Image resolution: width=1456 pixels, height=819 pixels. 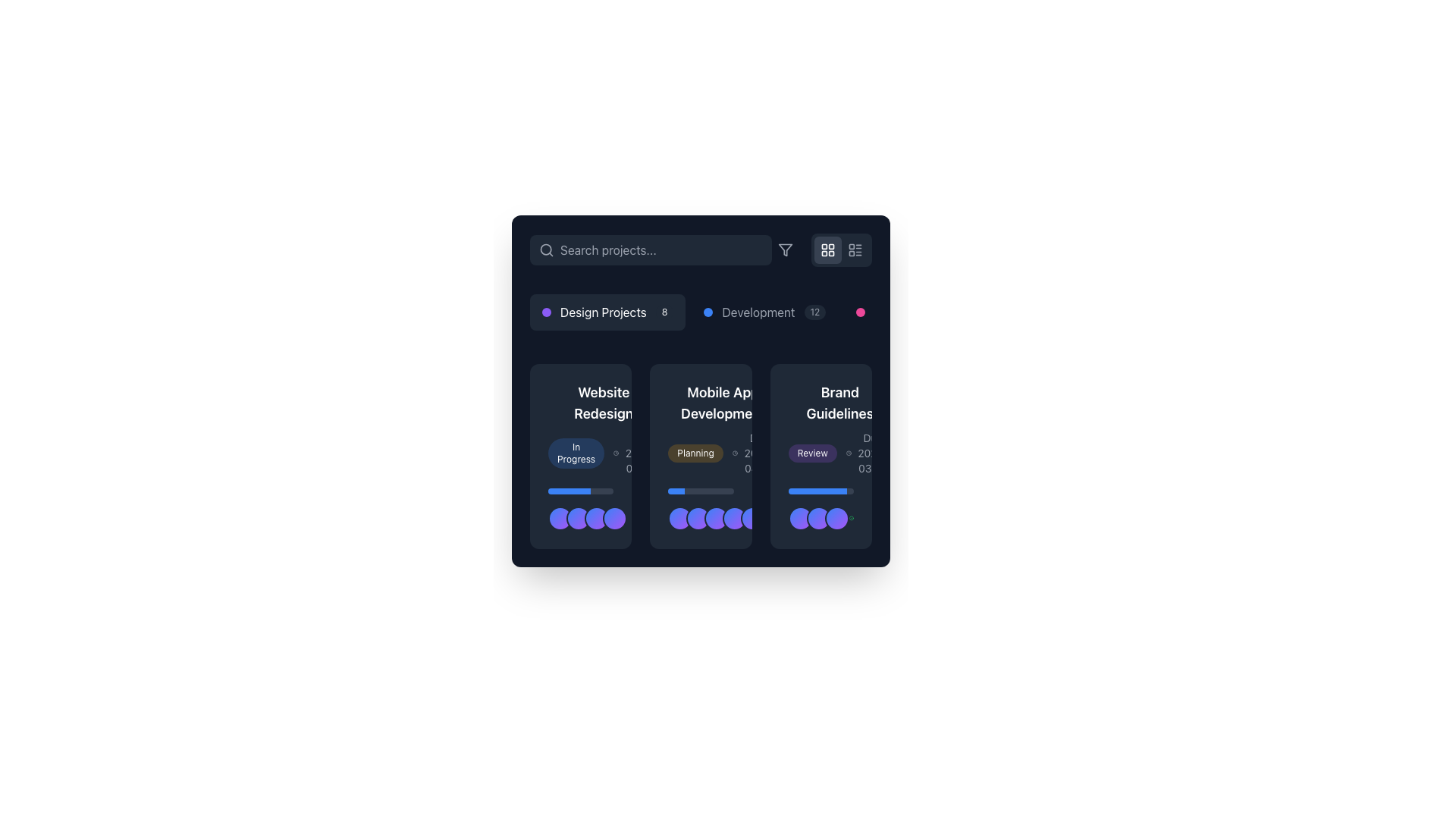 I want to click on the list icon in the horizontal cluster of toggle buttons to switch to list view, so click(x=840, y=249).